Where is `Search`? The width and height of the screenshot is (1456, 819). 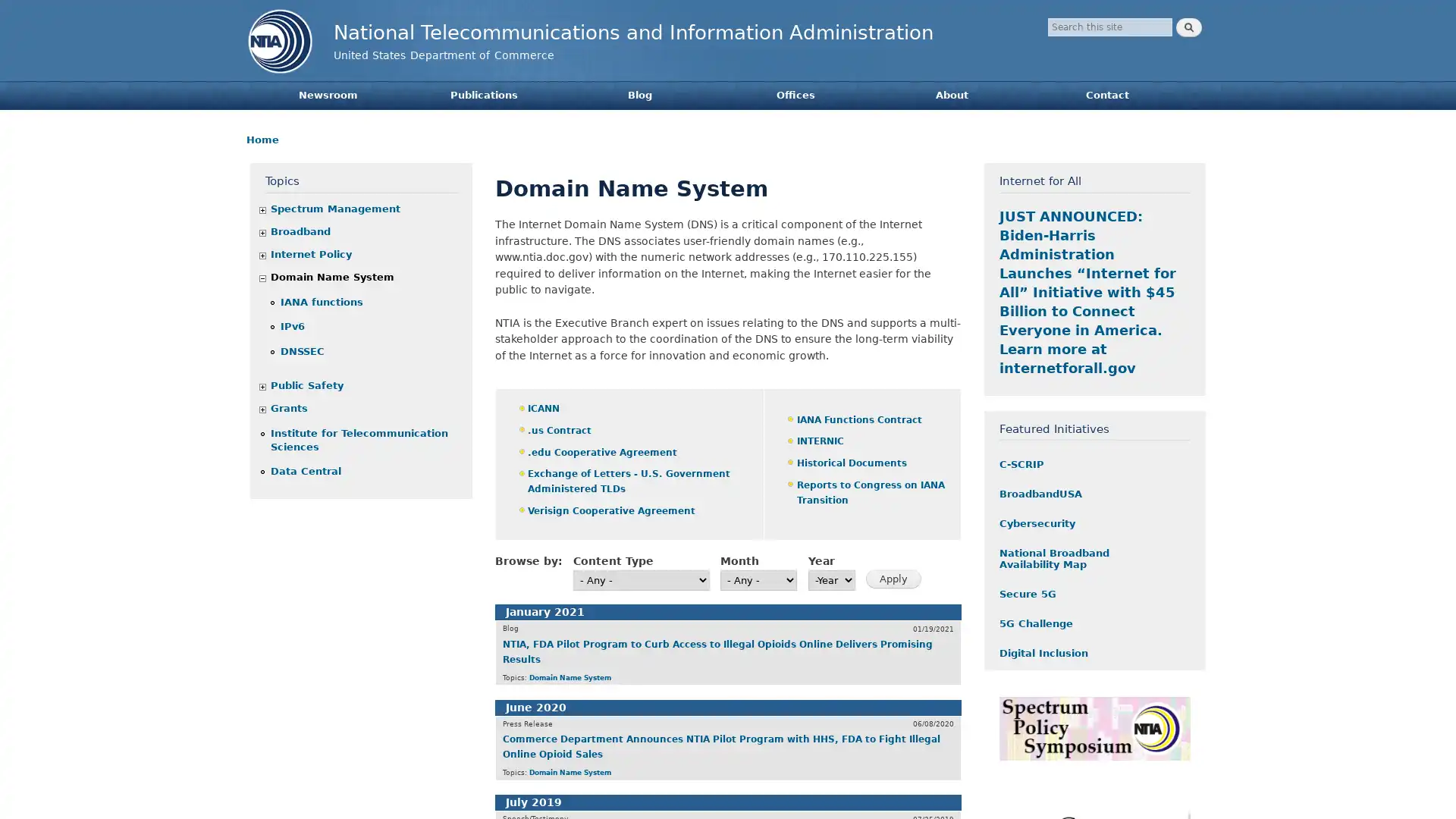
Search is located at coordinates (1188, 27).